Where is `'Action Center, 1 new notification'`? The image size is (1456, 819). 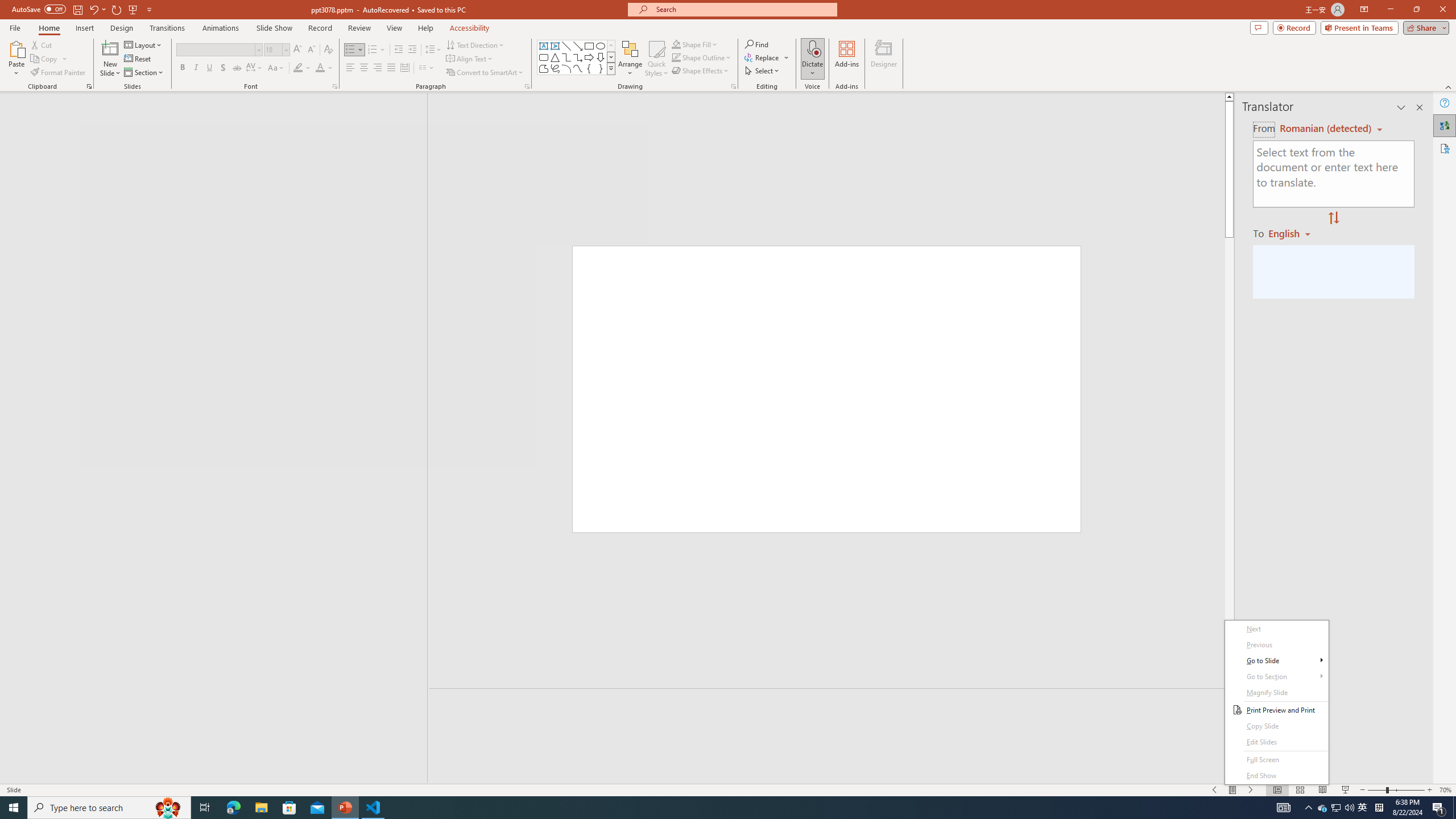
'Action Center, 1 new notification' is located at coordinates (1439, 806).